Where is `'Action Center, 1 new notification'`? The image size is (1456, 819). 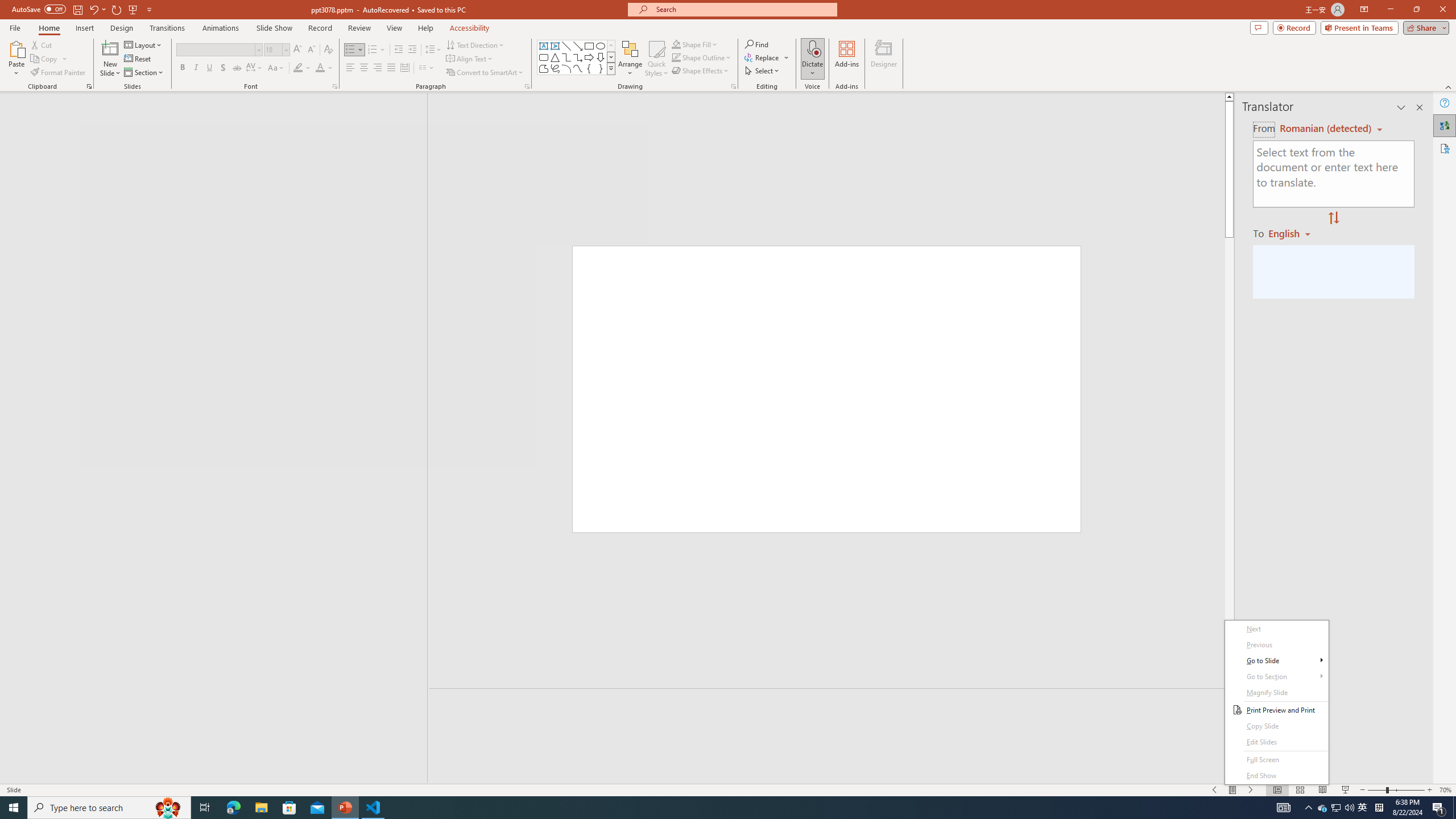
'Action Center, 1 new notification' is located at coordinates (1439, 806).